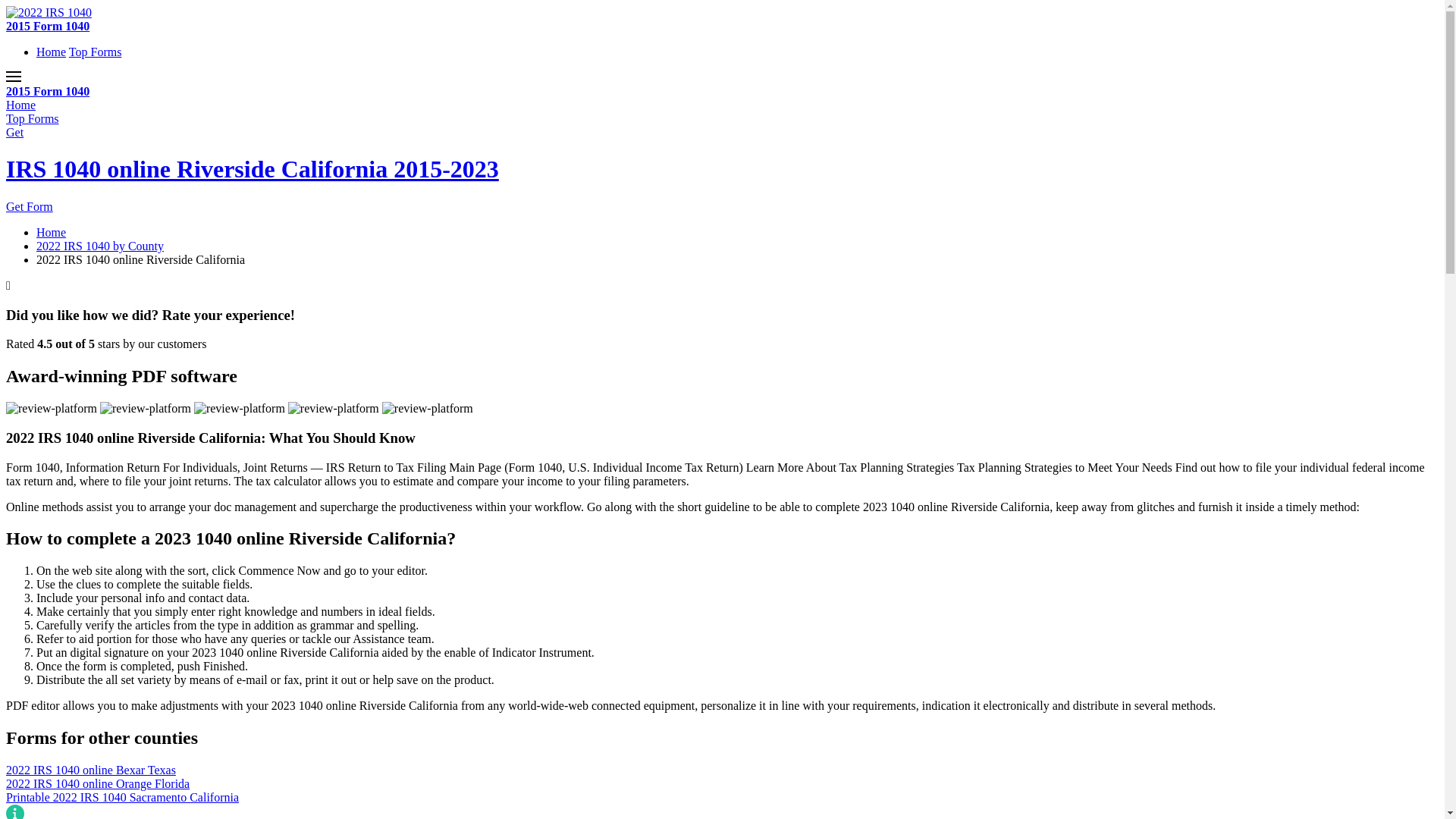 This screenshot has height=819, width=1456. Describe the element at coordinates (721, 783) in the screenshot. I see `'2022 IRS 1040 online Orange Florida'` at that location.